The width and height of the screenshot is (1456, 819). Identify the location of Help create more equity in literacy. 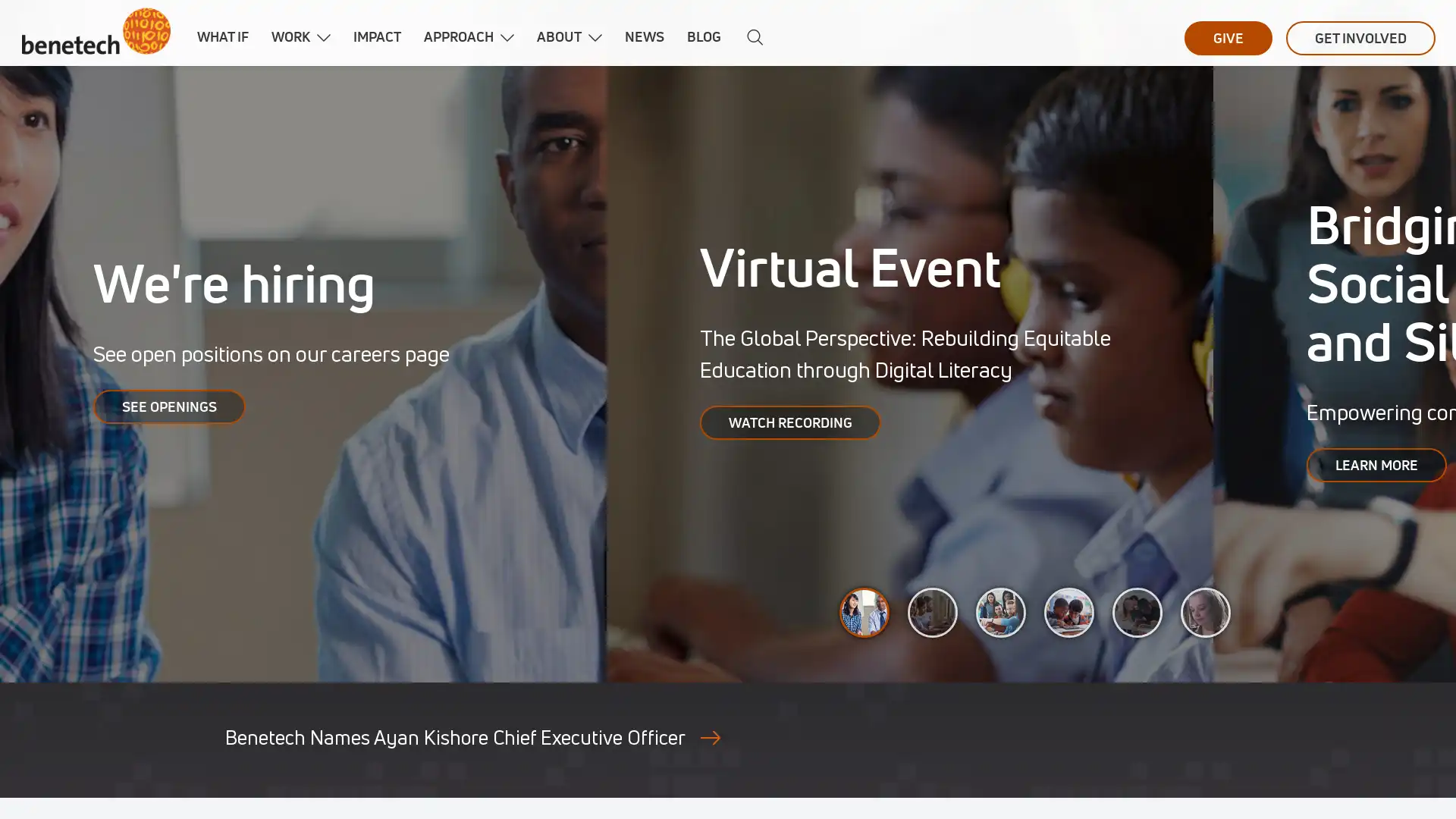
(1068, 611).